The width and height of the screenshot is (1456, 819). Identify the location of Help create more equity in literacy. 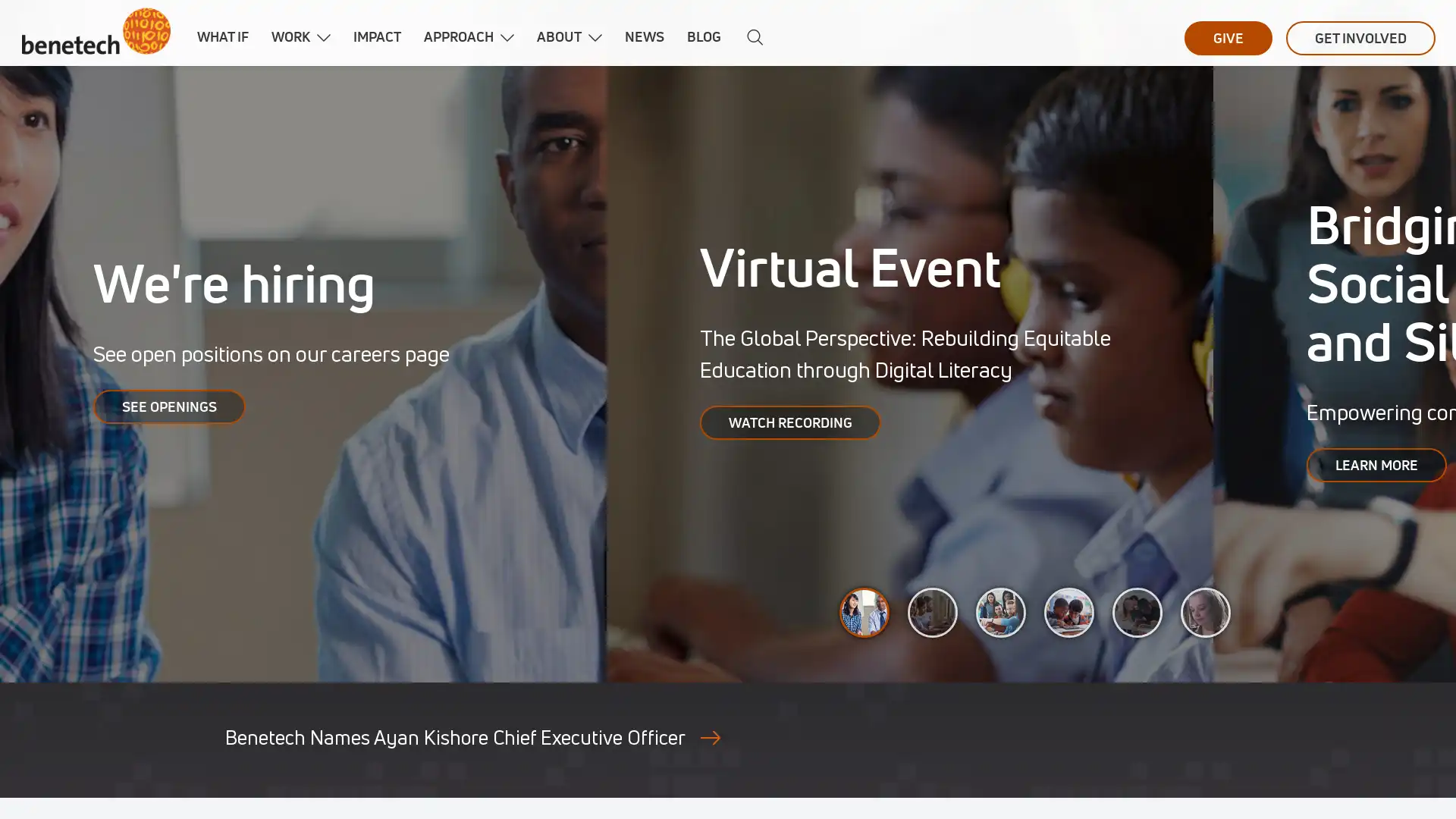
(1068, 611).